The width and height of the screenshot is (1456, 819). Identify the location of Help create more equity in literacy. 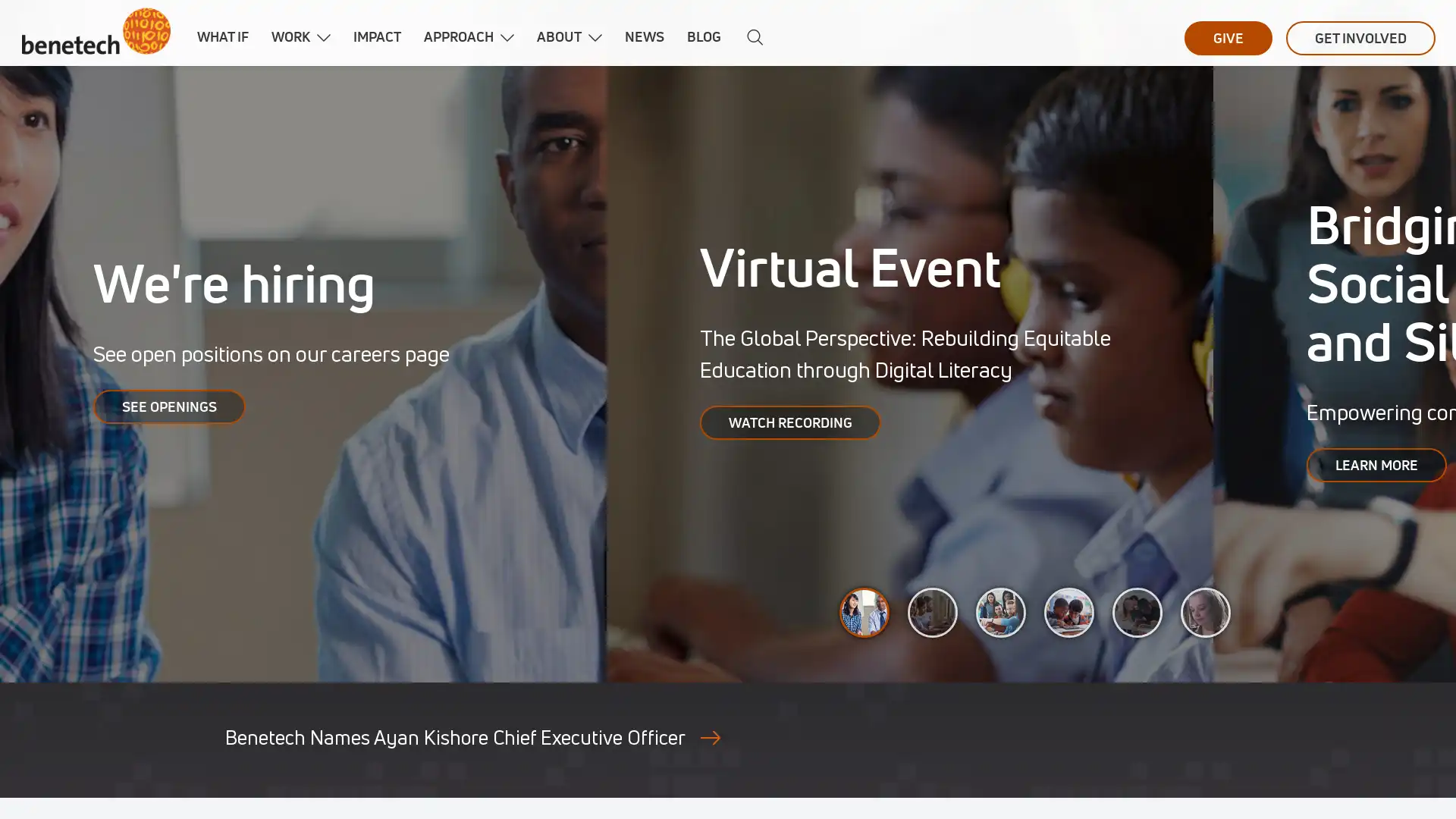
(1068, 611).